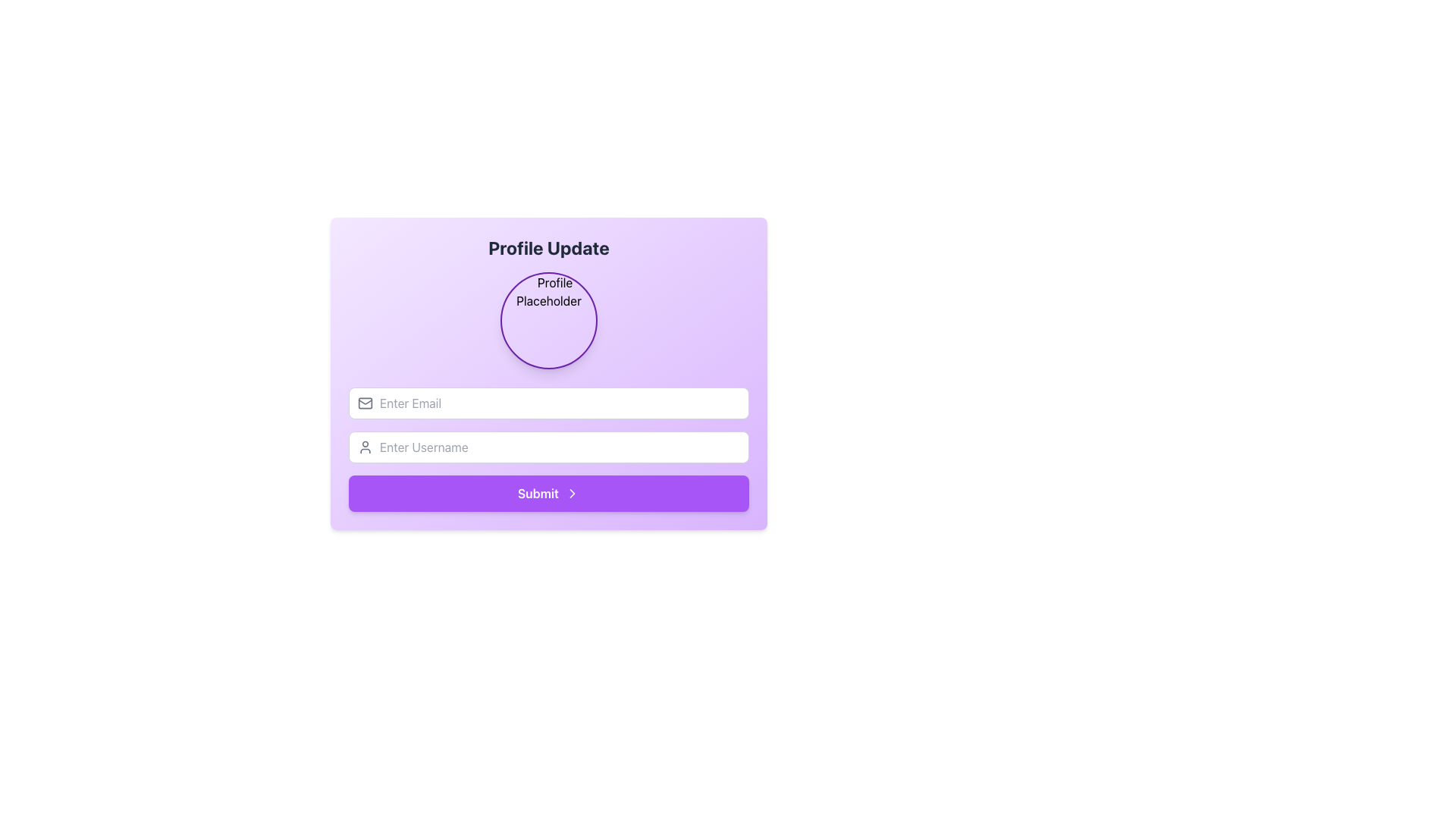  Describe the element at coordinates (365, 400) in the screenshot. I see `the decorative icon that visually represents the email input field, positioned to the far left of the input box` at that location.